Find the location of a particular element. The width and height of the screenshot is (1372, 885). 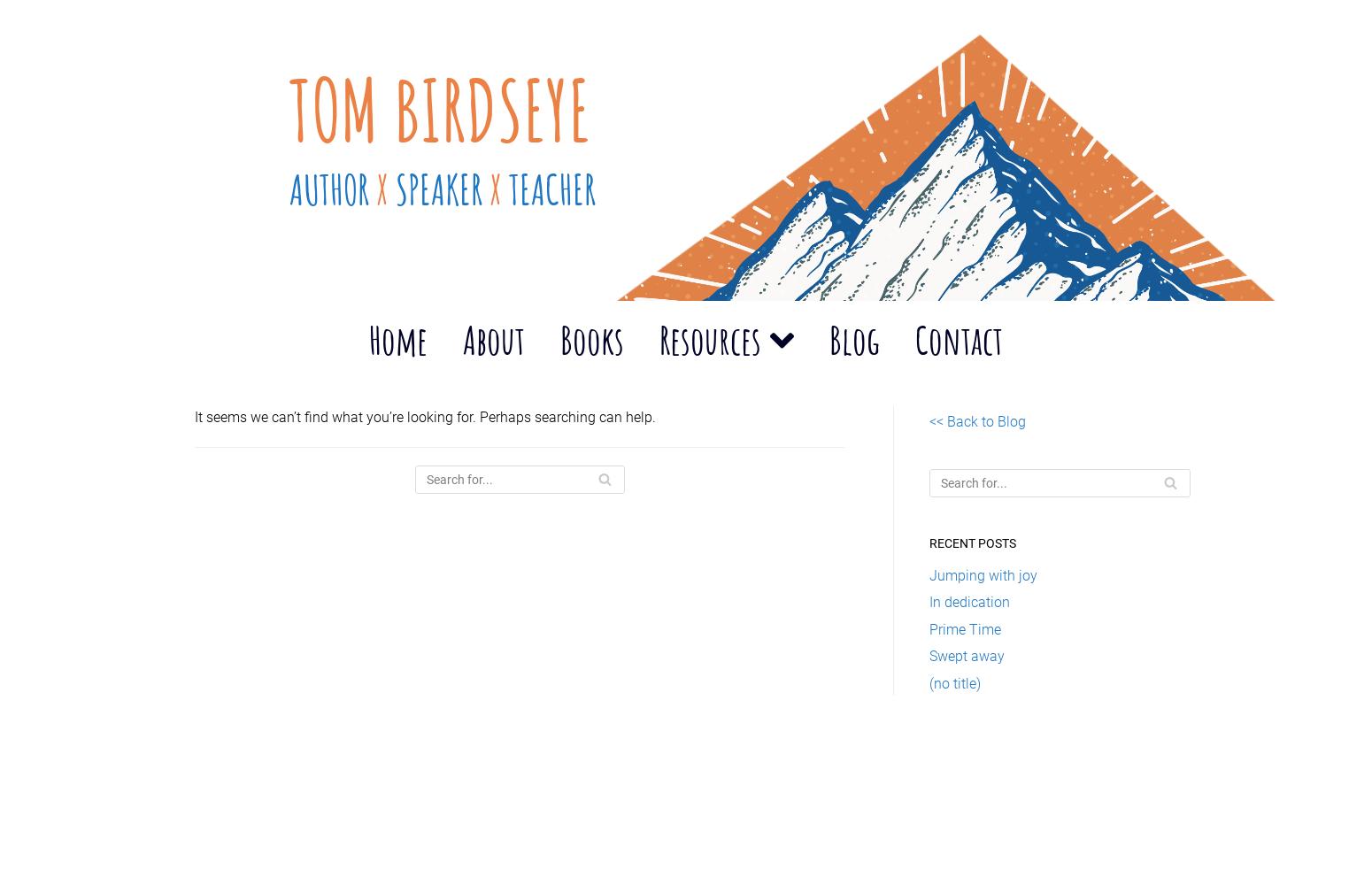

'Swept away' is located at coordinates (966, 655).